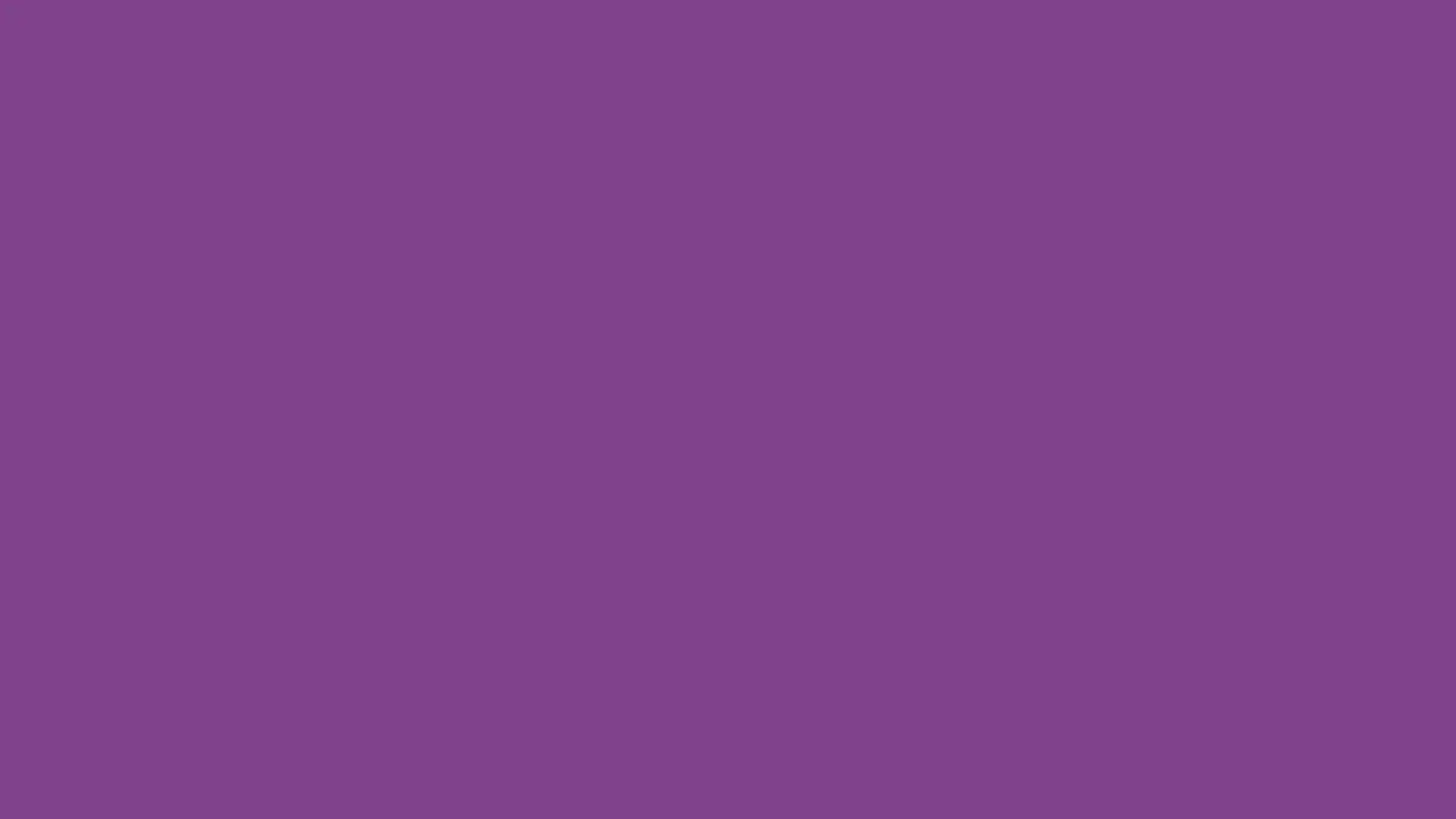 This screenshot has width=1456, height=819. I want to click on Search, so click(1175, 71).